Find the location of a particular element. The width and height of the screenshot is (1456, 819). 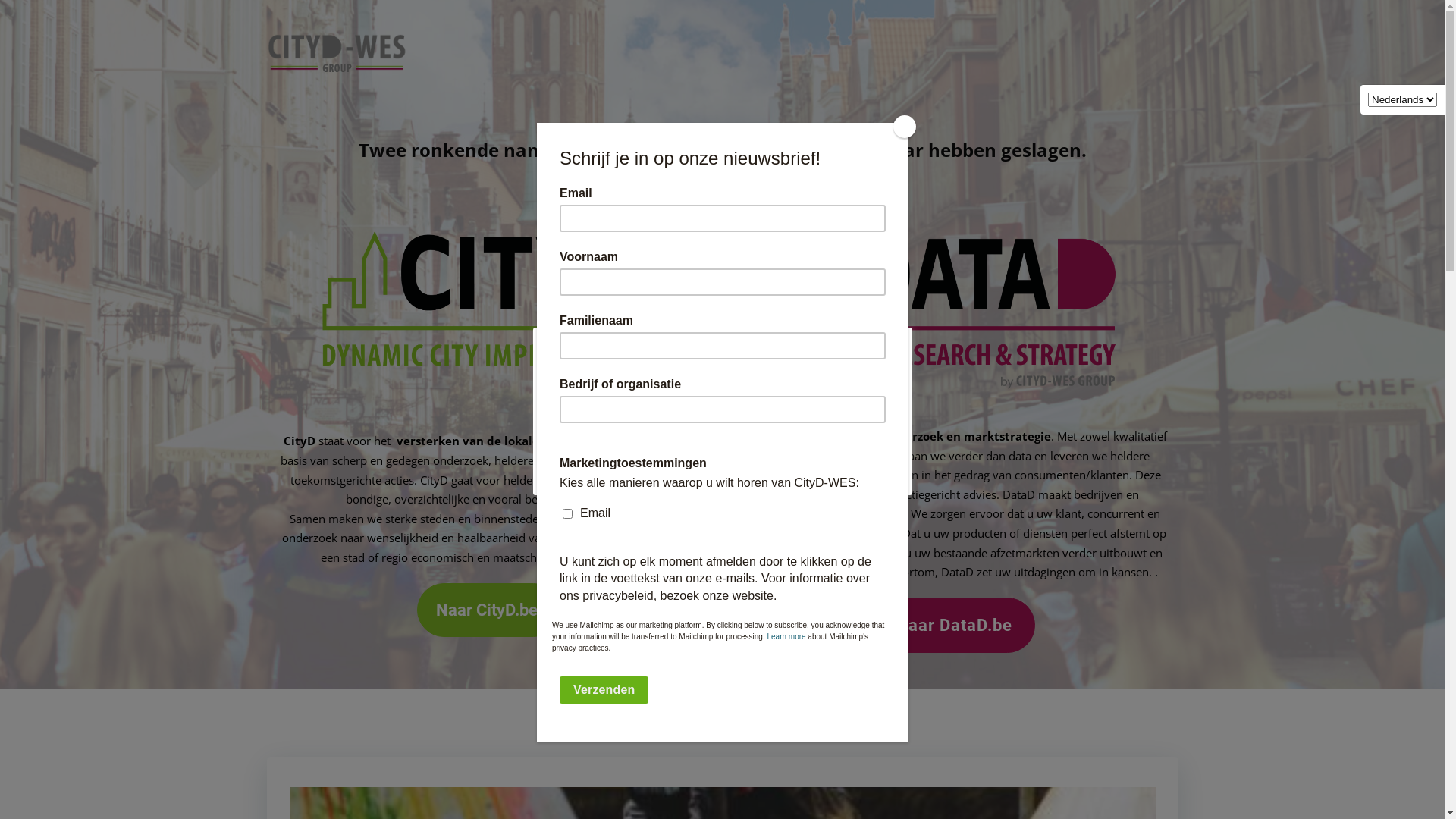

'Naar CityD.be' is located at coordinates (488, 609).